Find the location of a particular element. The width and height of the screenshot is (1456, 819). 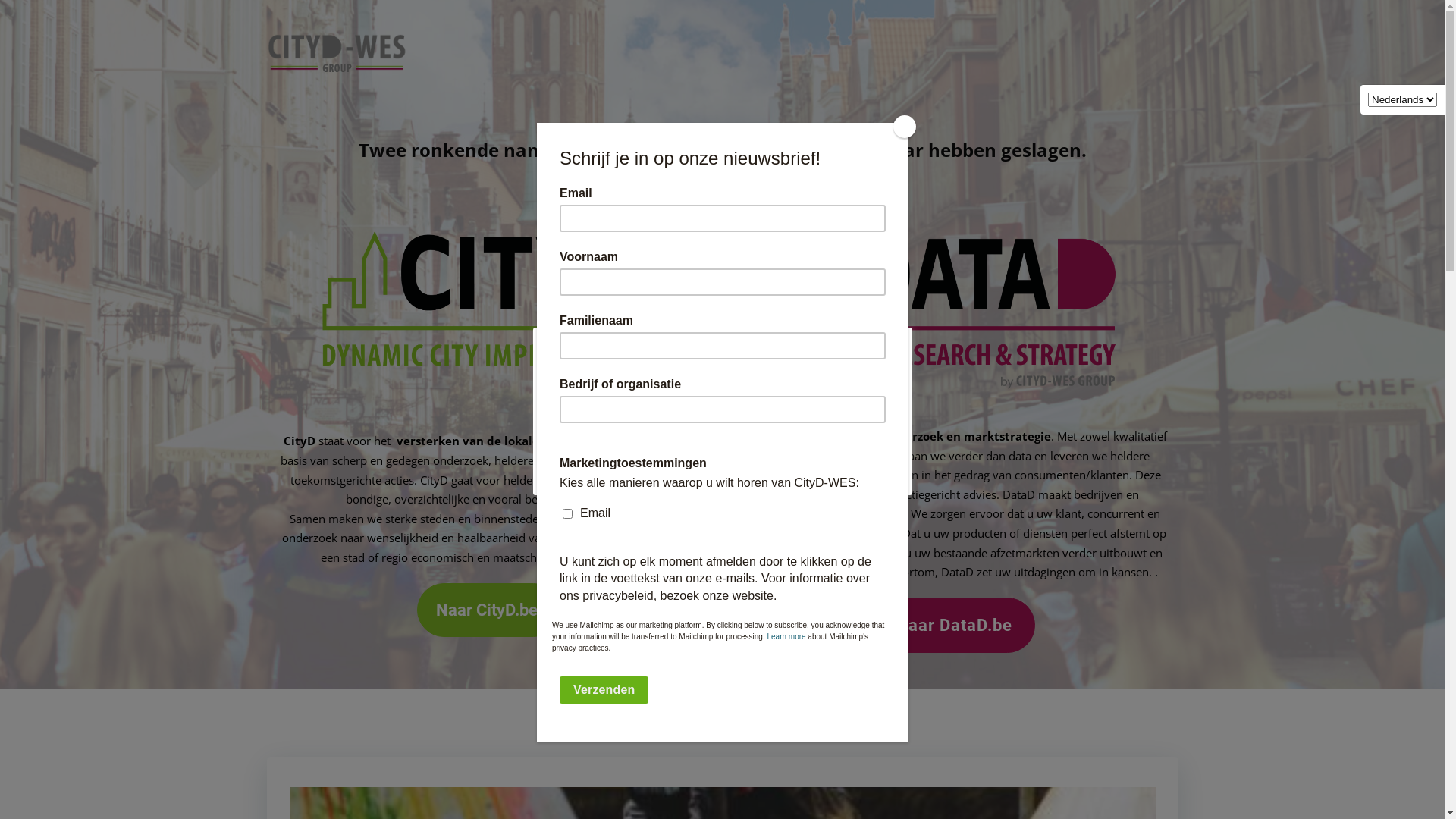

'Naar CityD.be' is located at coordinates (488, 609).